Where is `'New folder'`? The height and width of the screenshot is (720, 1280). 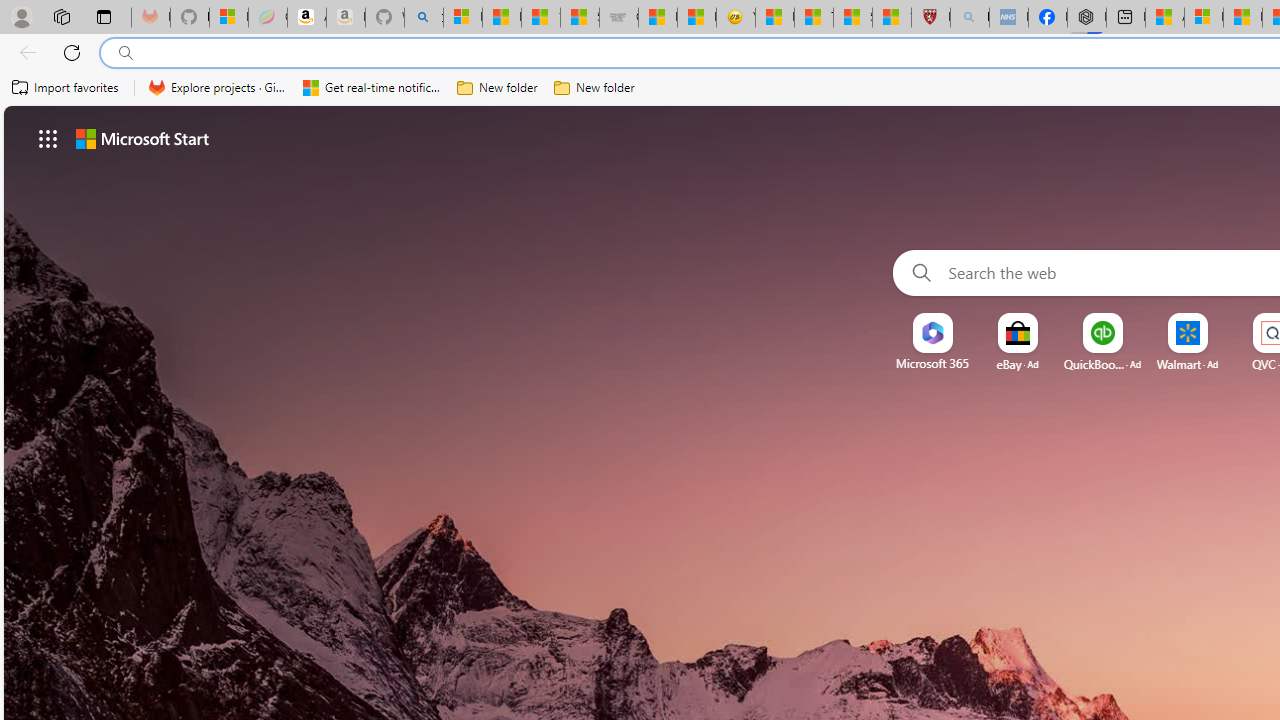
'New folder' is located at coordinates (593, 87).